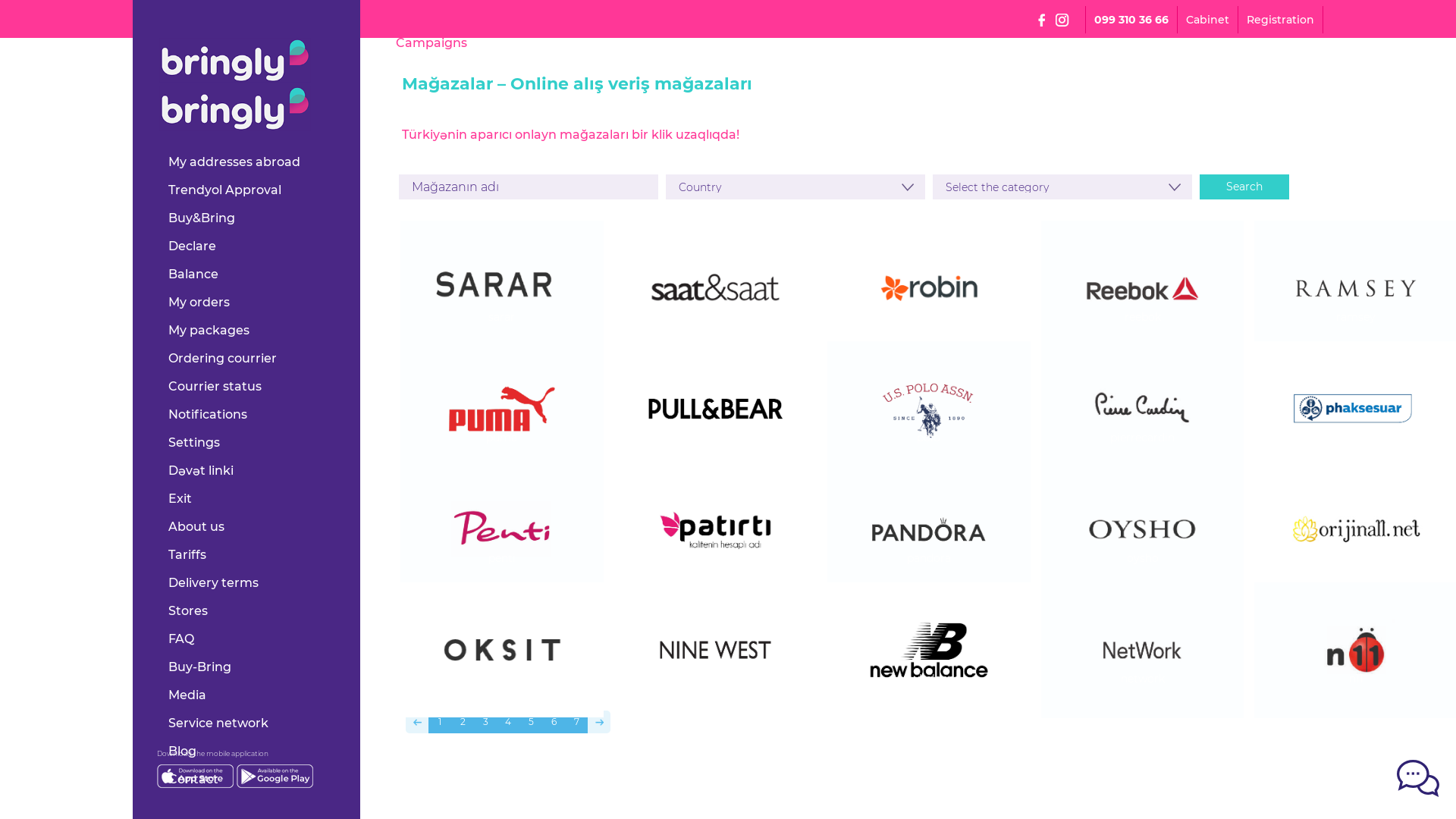 Image resolution: width=1456 pixels, height=819 pixels. Describe the element at coordinates (715, 315) in the screenshot. I see `'saatvesaat'` at that location.